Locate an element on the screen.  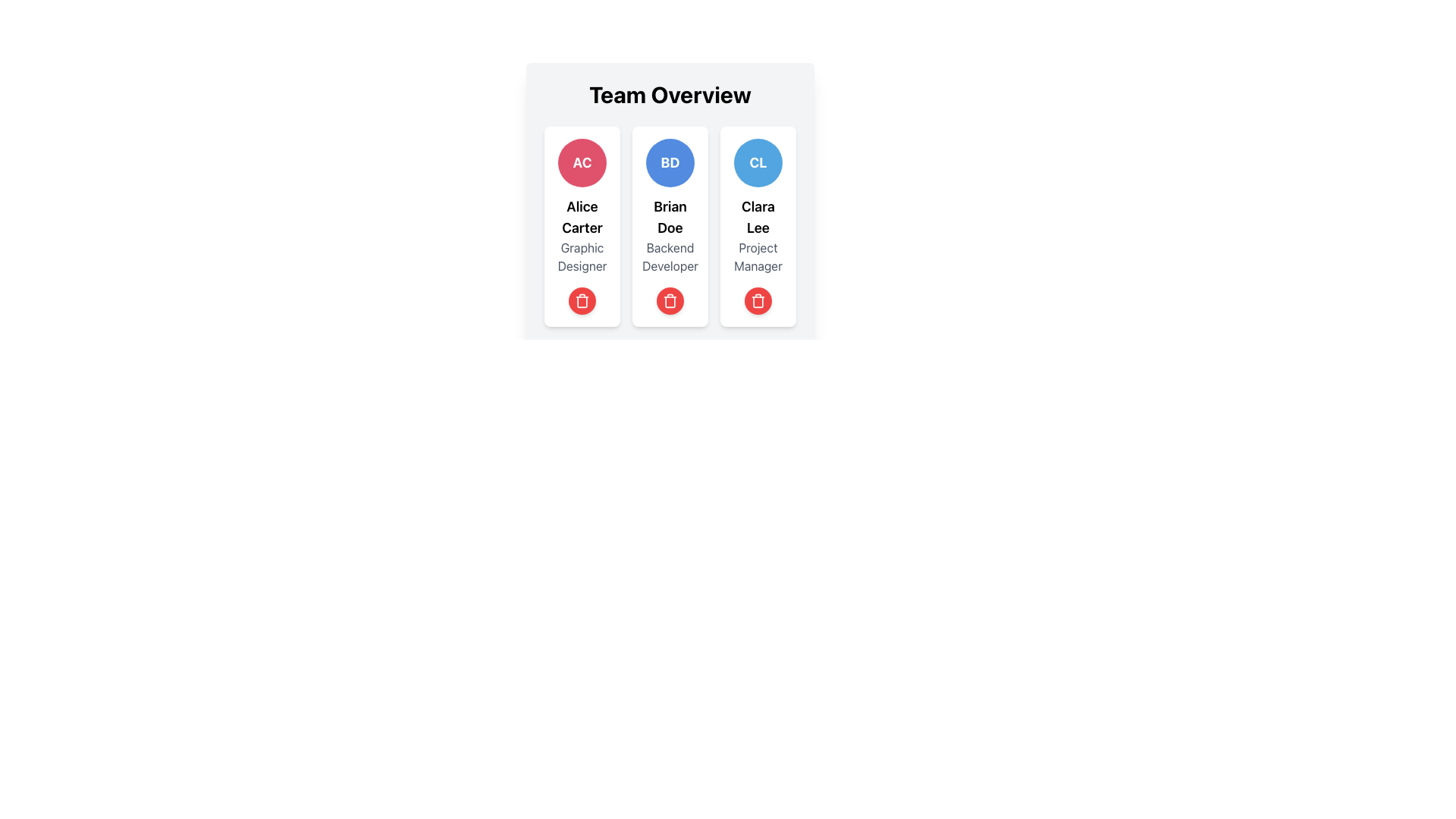
the Avatar or Badge representing the user, identified by the initials 'BD', located at the top-center of the 'Brian Doe' profile card is located at coordinates (669, 163).